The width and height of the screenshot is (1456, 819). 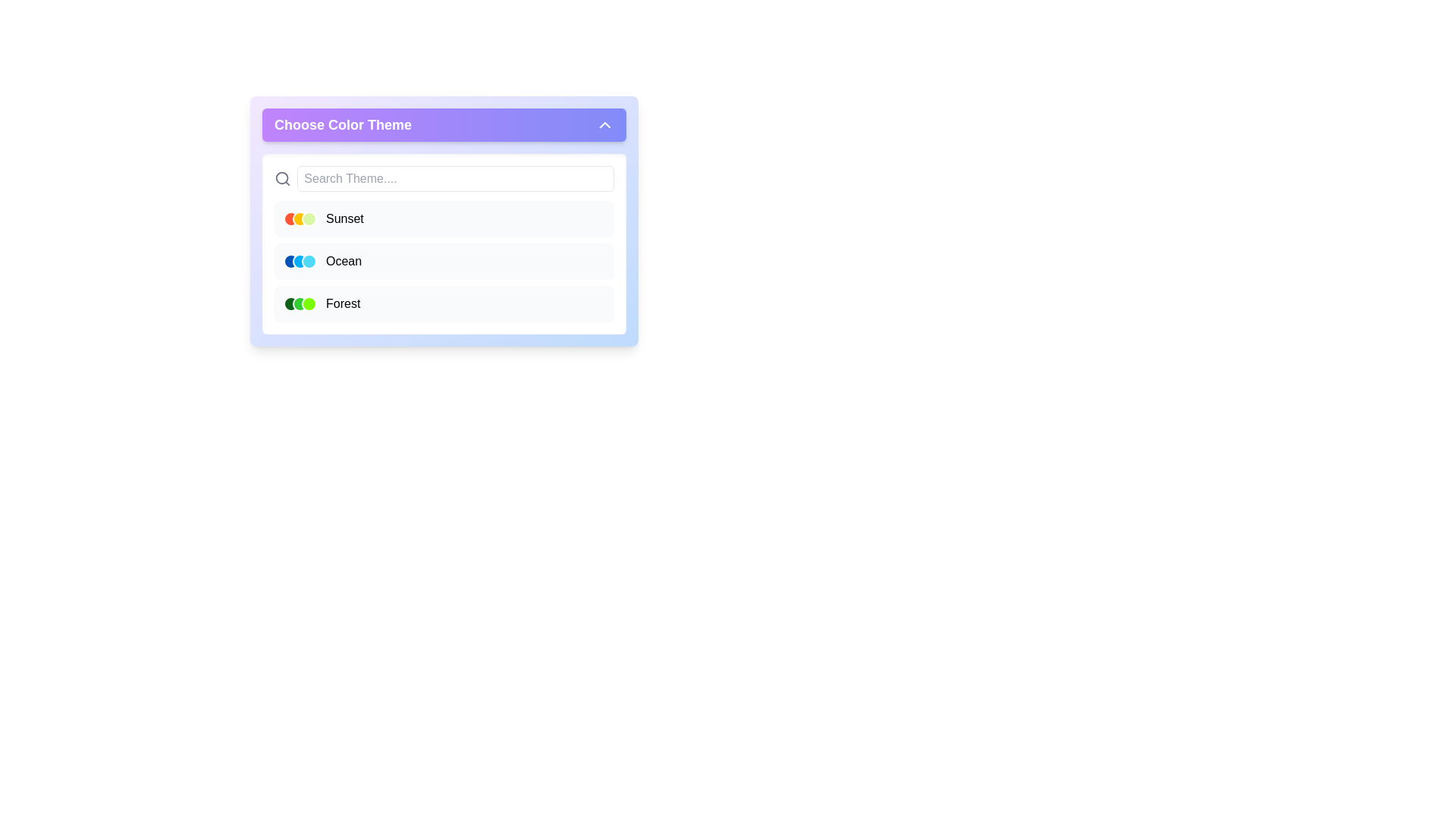 I want to click on the gray magnifying glass icon located in the header of the search section, so click(x=283, y=177).